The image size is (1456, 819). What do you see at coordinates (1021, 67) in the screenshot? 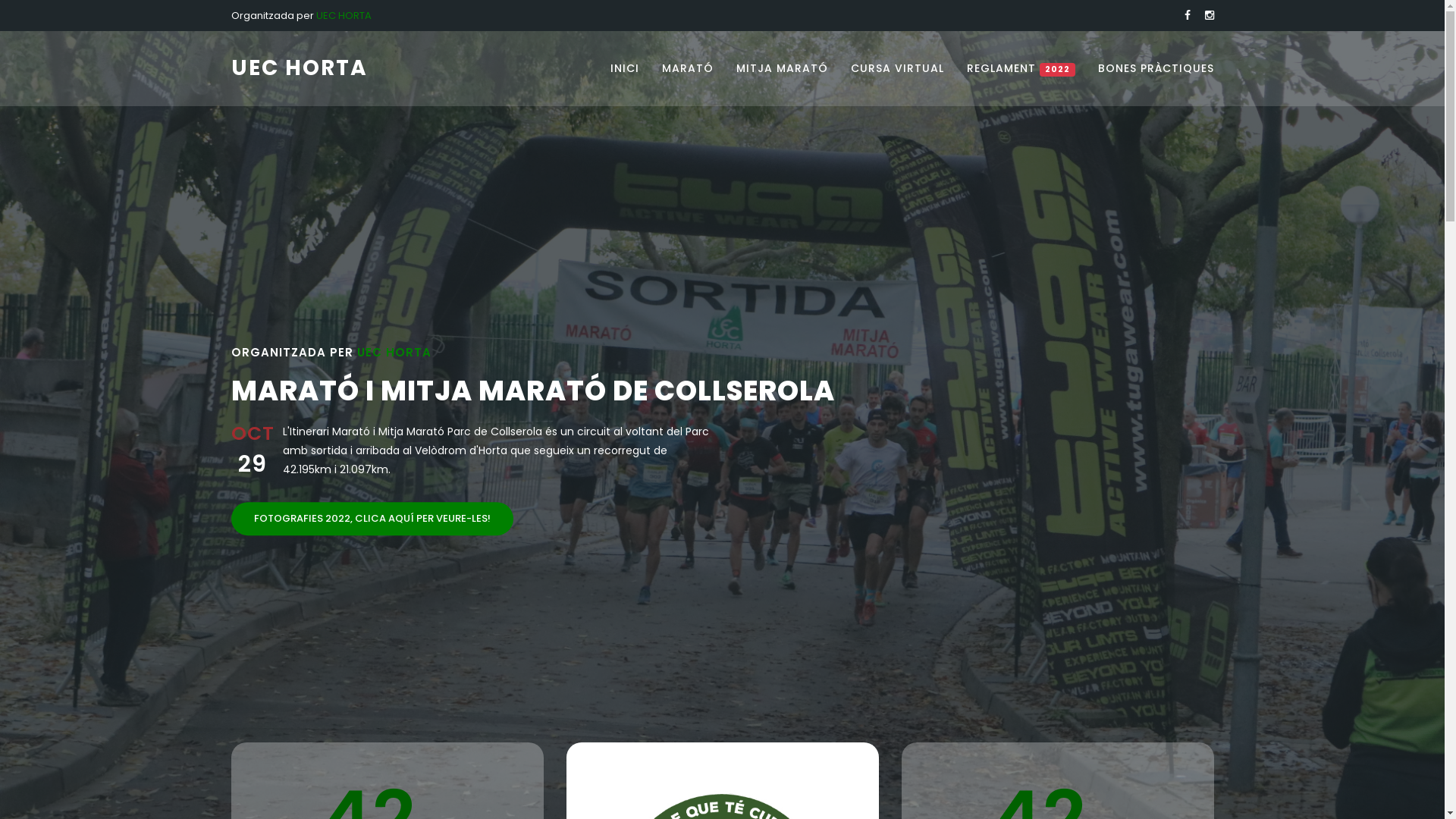
I see `'REGLAMENT 2022'` at bounding box center [1021, 67].